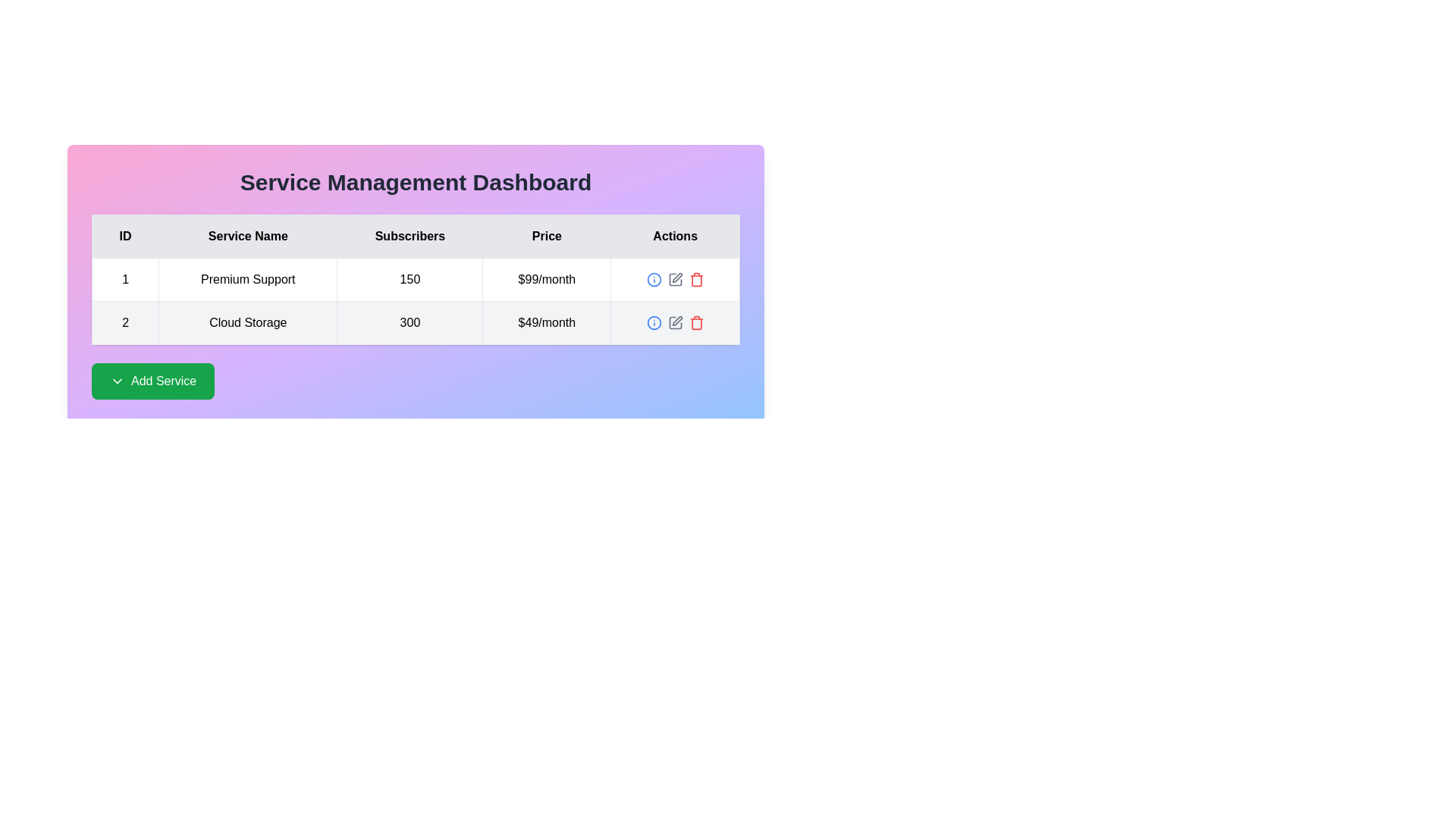  I want to click on the 'Service Name' column header in the table, which is located as the second column header between 'ID' and 'Subscribers', so click(248, 237).